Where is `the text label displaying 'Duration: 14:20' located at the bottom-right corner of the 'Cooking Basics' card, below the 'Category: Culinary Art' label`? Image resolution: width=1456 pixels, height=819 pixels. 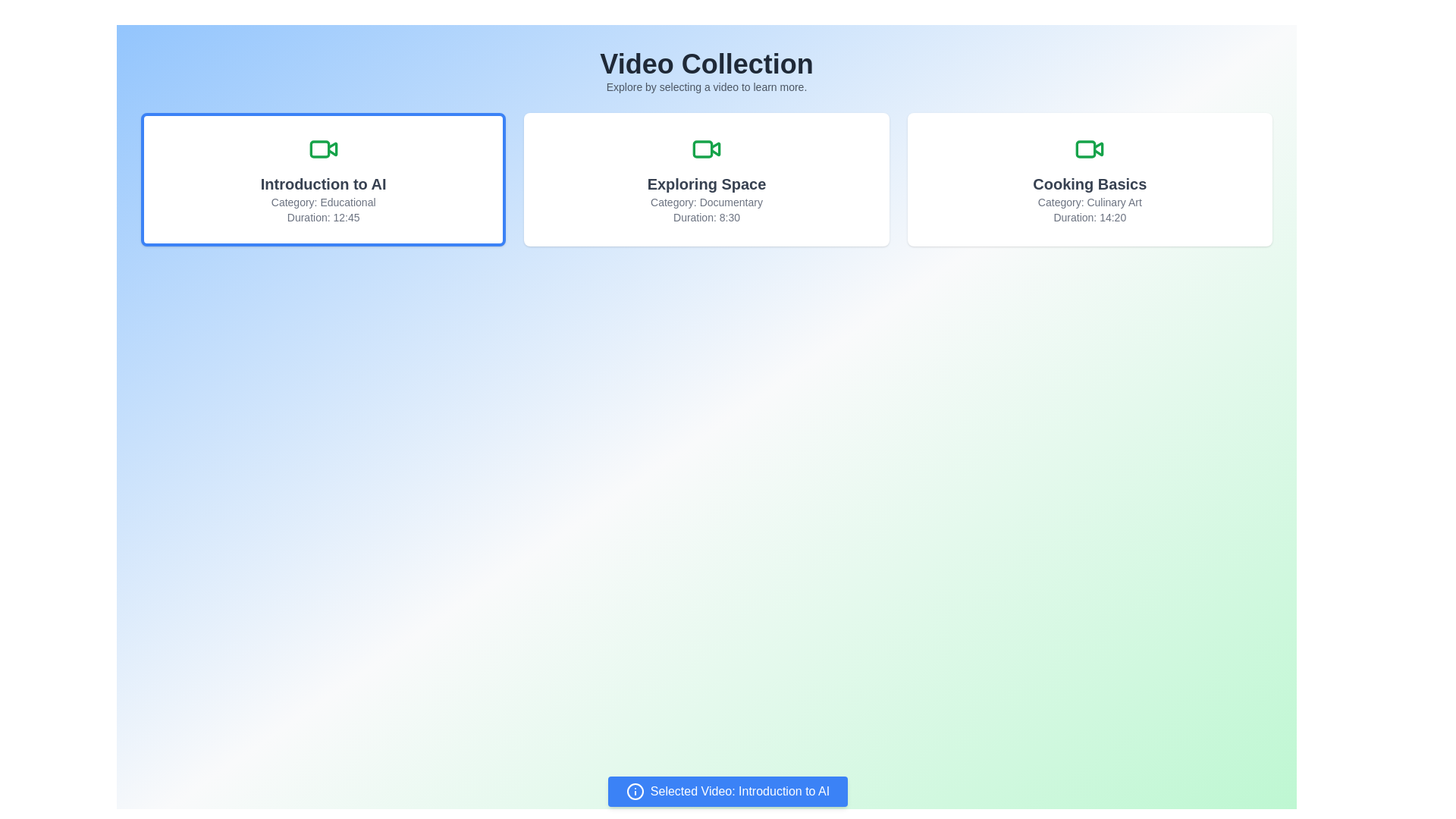
the text label displaying 'Duration: 14:20' located at the bottom-right corner of the 'Cooking Basics' card, below the 'Category: Culinary Art' label is located at coordinates (1089, 217).